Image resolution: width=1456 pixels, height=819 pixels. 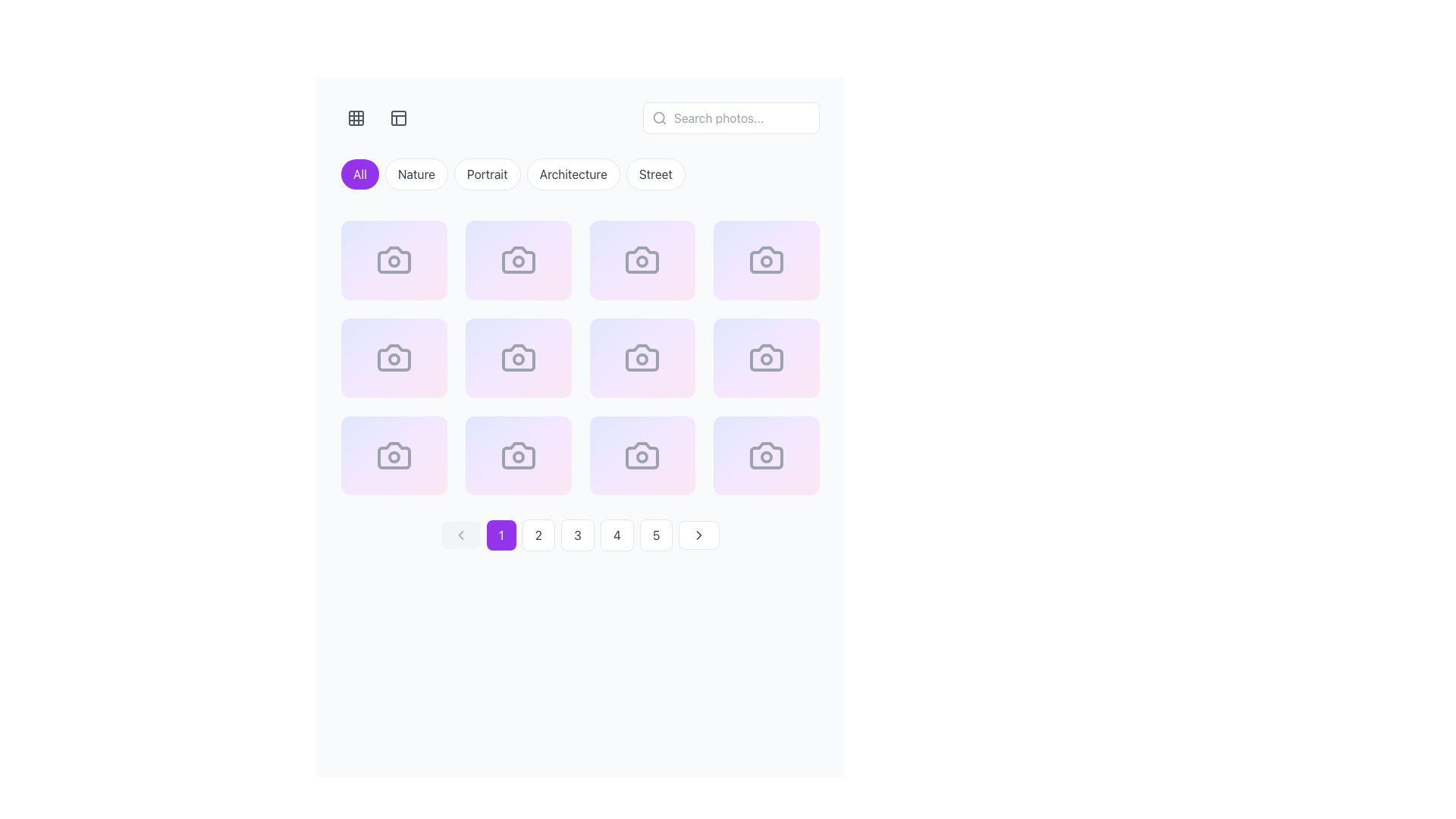 What do you see at coordinates (518, 372) in the screenshot?
I see `the icon in the horizontal action button group located within the 'Photograph #6' card, positioned below 'Category: all'` at bounding box center [518, 372].